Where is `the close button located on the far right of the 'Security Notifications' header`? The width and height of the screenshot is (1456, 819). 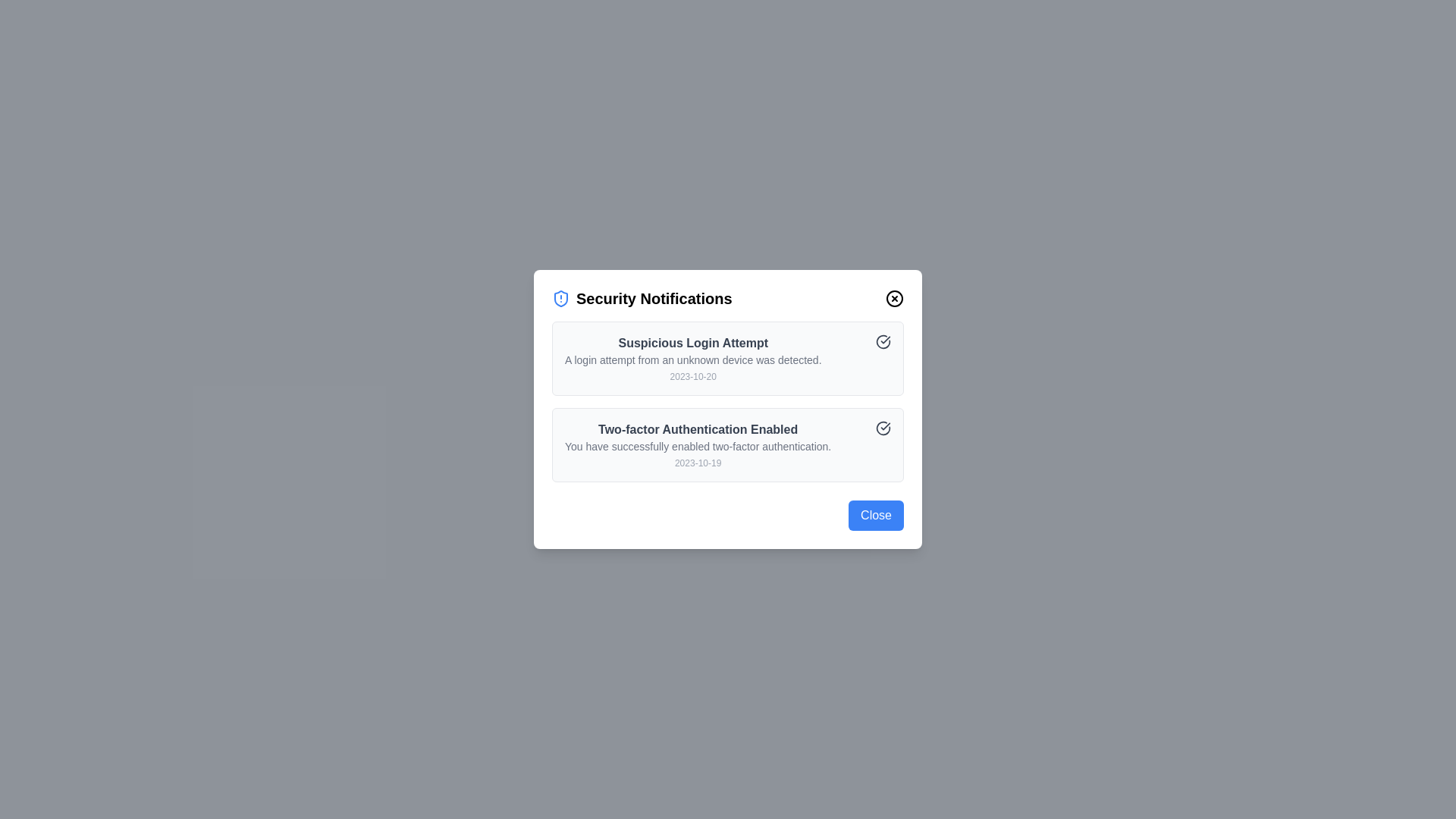
the close button located on the far right of the 'Security Notifications' header is located at coordinates (895, 298).